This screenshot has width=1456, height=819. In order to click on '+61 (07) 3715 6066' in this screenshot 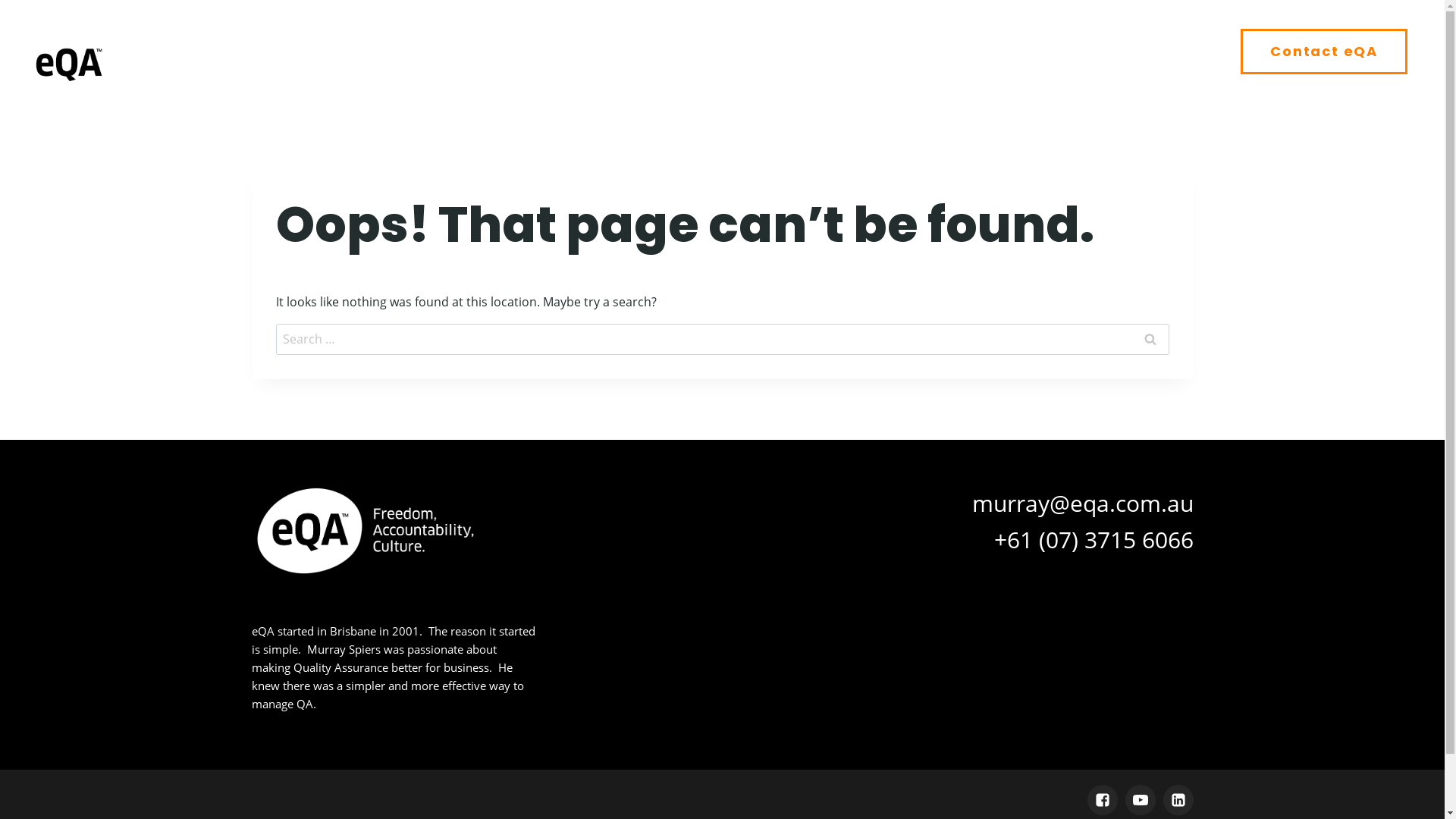, I will do `click(1093, 538)`.